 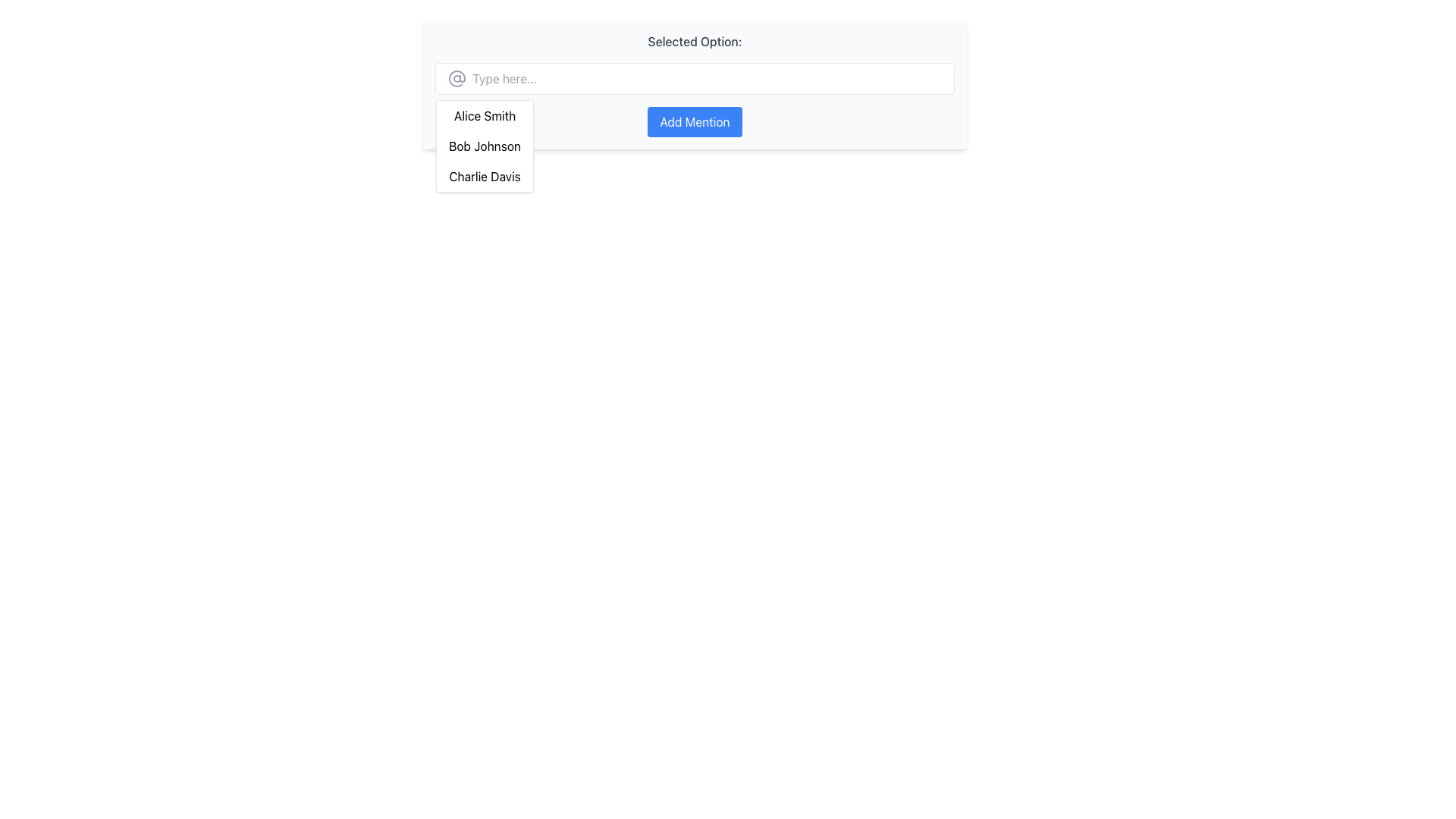 I want to click on the 'Add Mention' button, which is a vibrant blue button with white text centered on it, located on the right side of the interface, so click(x=694, y=121).